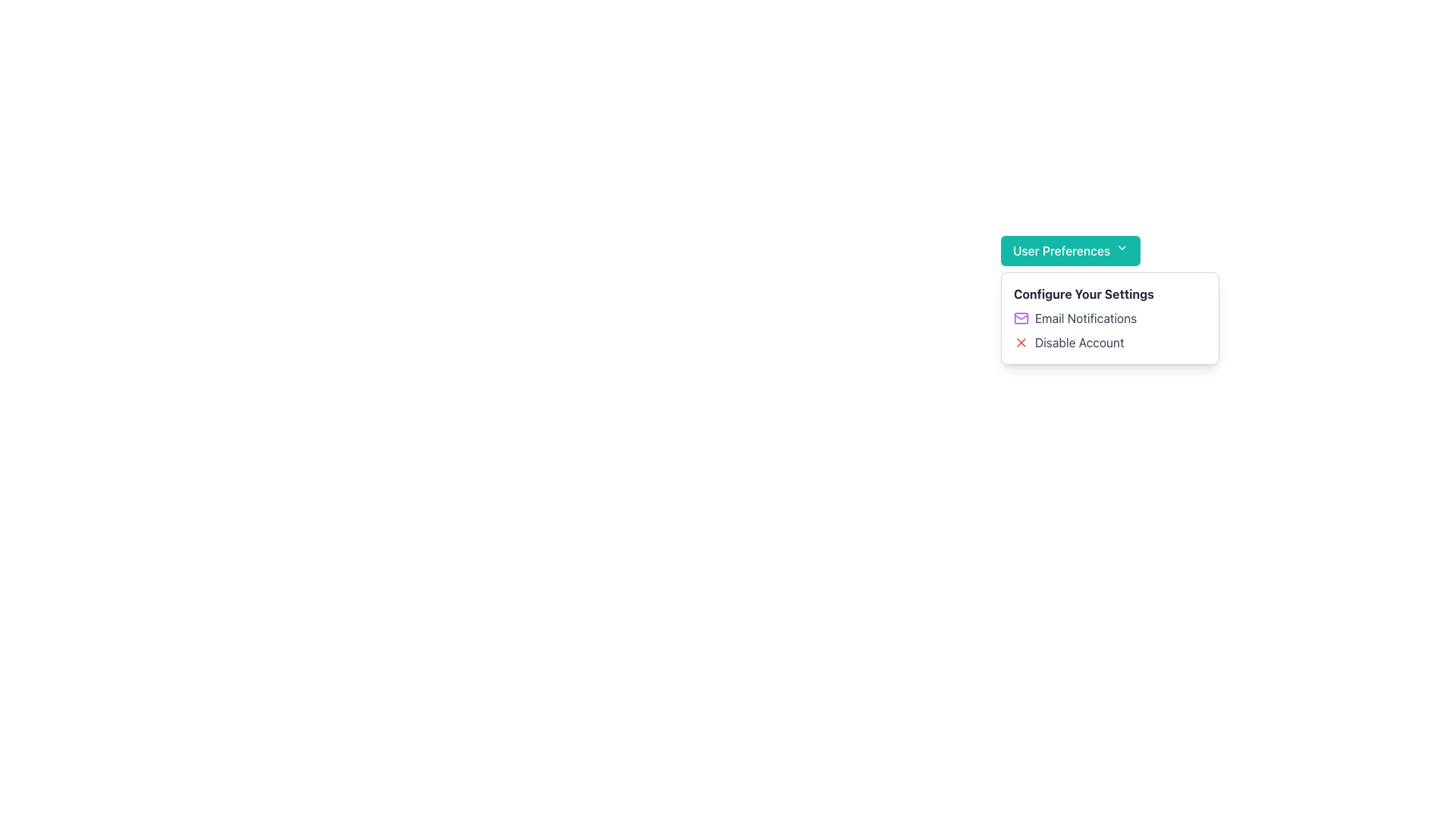 This screenshot has width=1456, height=819. I want to click on the chevron icon indicating collapsible functionality next to 'User Preferences' within the teal button at the top of the dropdown menu, so click(1122, 247).